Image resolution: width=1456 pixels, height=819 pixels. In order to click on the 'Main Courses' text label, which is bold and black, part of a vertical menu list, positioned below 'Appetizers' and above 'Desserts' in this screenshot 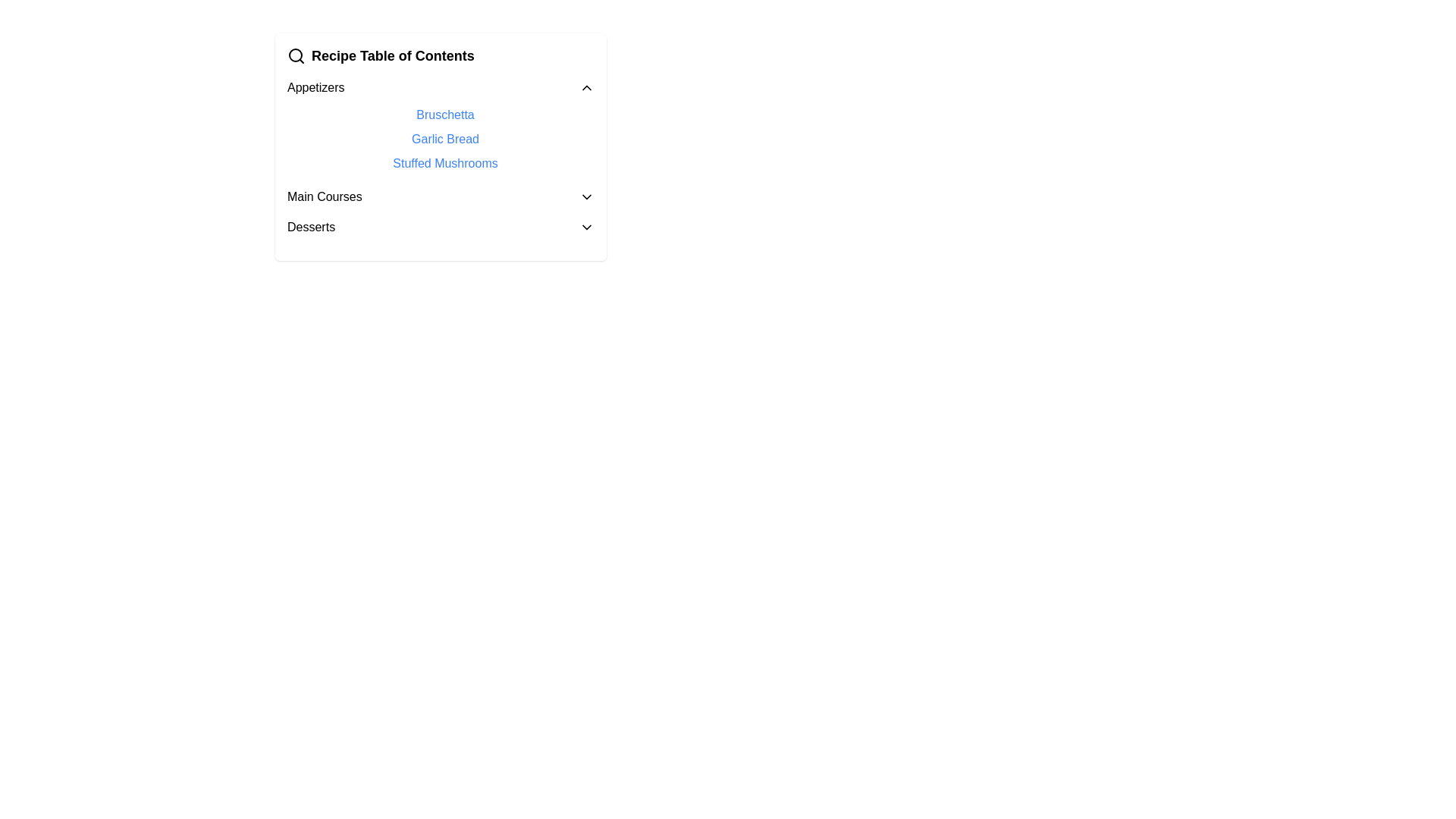, I will do `click(324, 196)`.